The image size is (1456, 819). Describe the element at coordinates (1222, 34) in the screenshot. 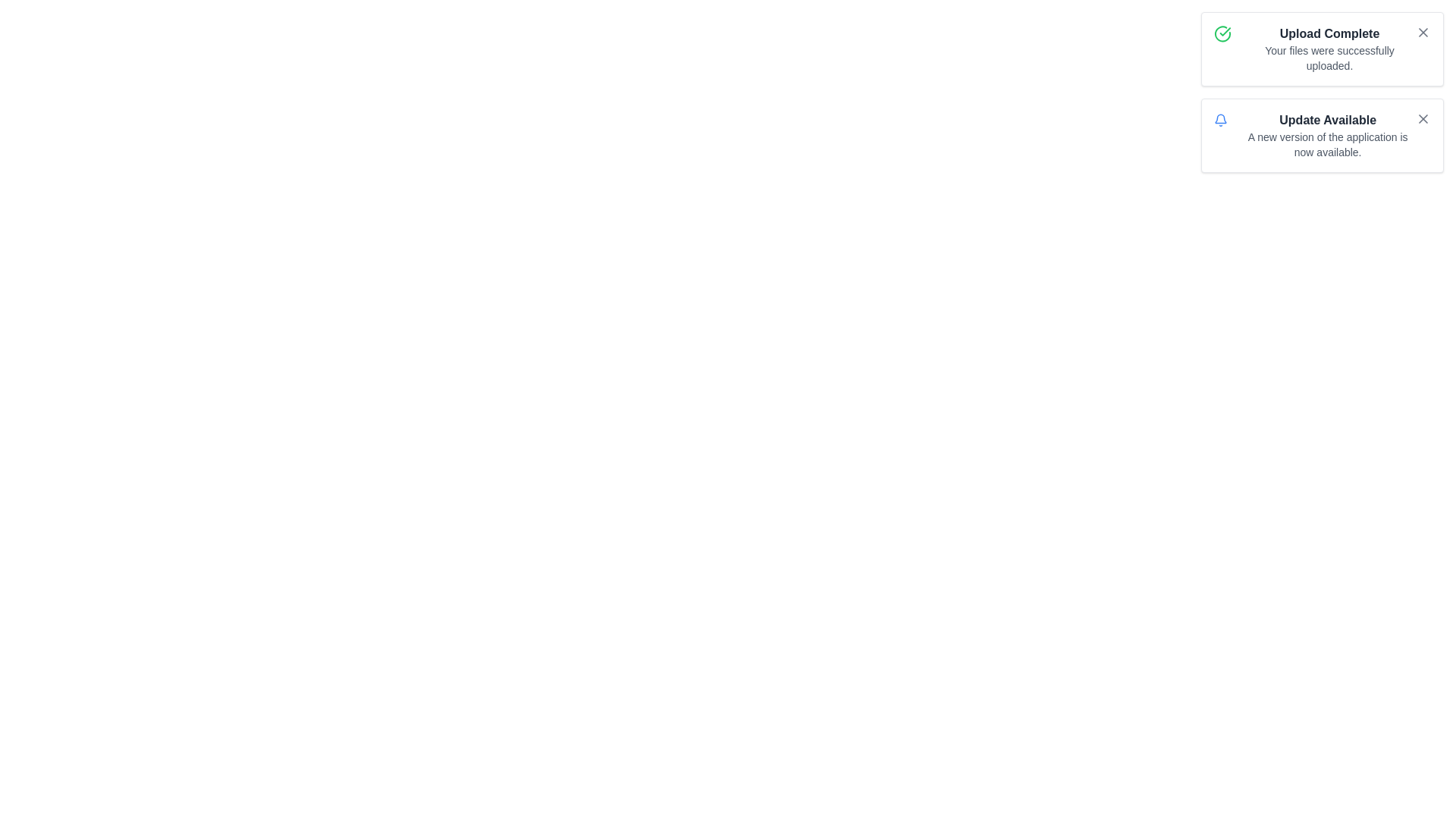

I see `the visual confirmation indicator icon located at the top-left corner of the 'Upload Complete' notification box, adjacent to the title text` at that location.